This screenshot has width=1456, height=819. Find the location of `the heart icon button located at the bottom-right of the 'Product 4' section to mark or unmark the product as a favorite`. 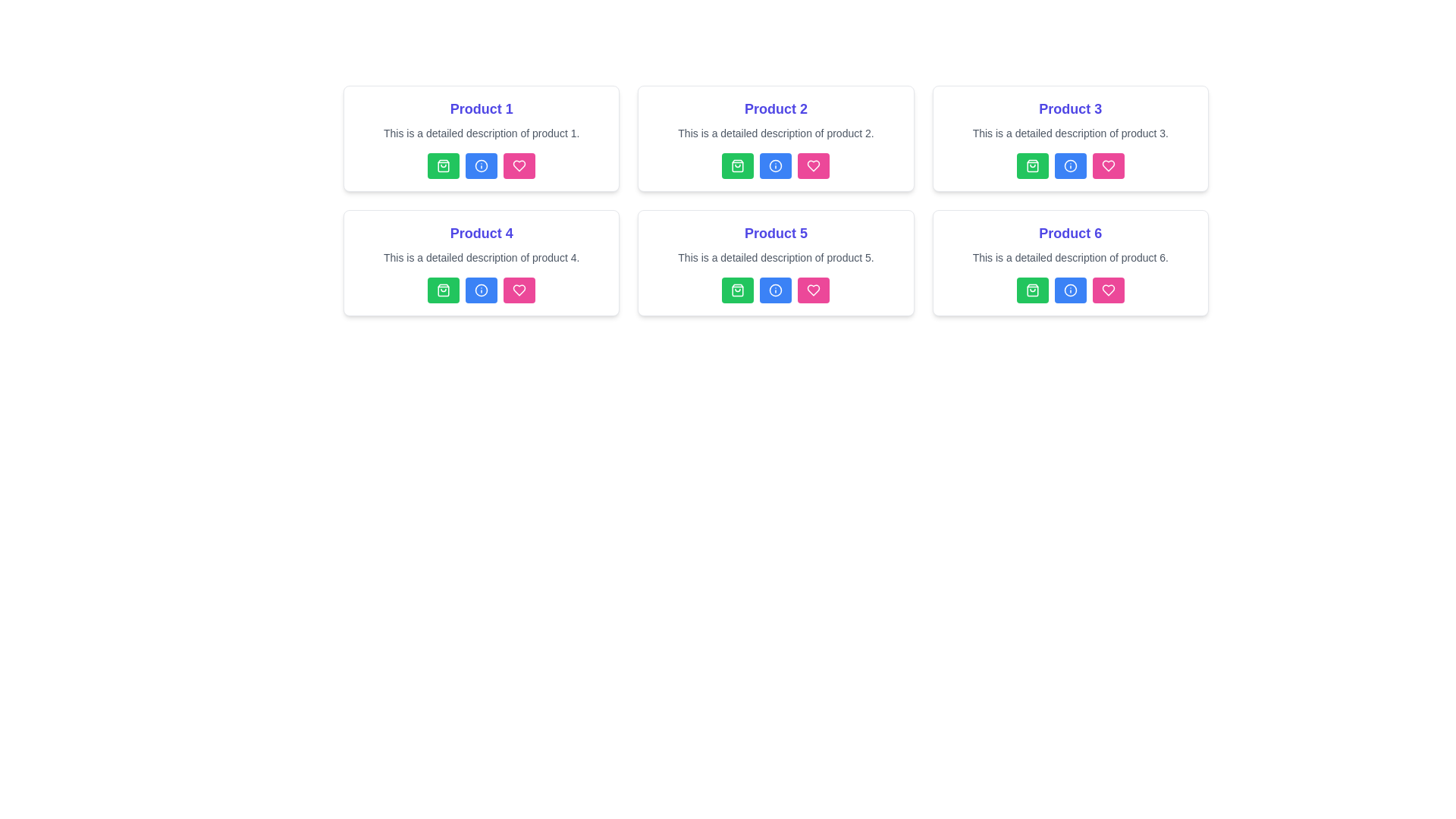

the heart icon button located at the bottom-right of the 'Product 4' section to mark or unmark the product as a favorite is located at coordinates (519, 166).